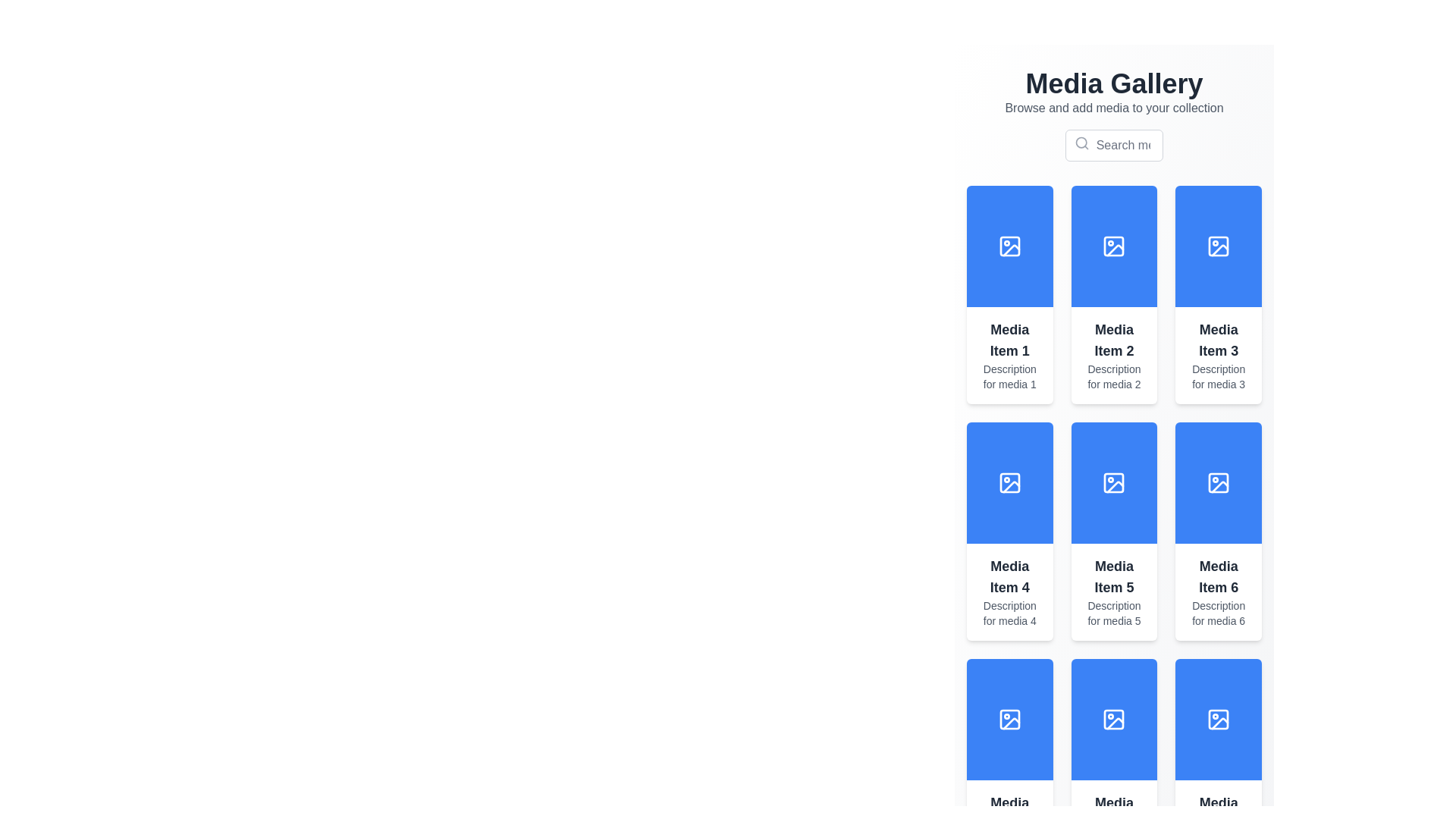 The height and width of the screenshot is (819, 1456). Describe the element at coordinates (1219, 613) in the screenshot. I see `the text 'Description for media 6' for copying, which is styled in a small light gray font and located below the title 'Media Item 6' in the card situated in the third column, second row of the grid layout` at that location.